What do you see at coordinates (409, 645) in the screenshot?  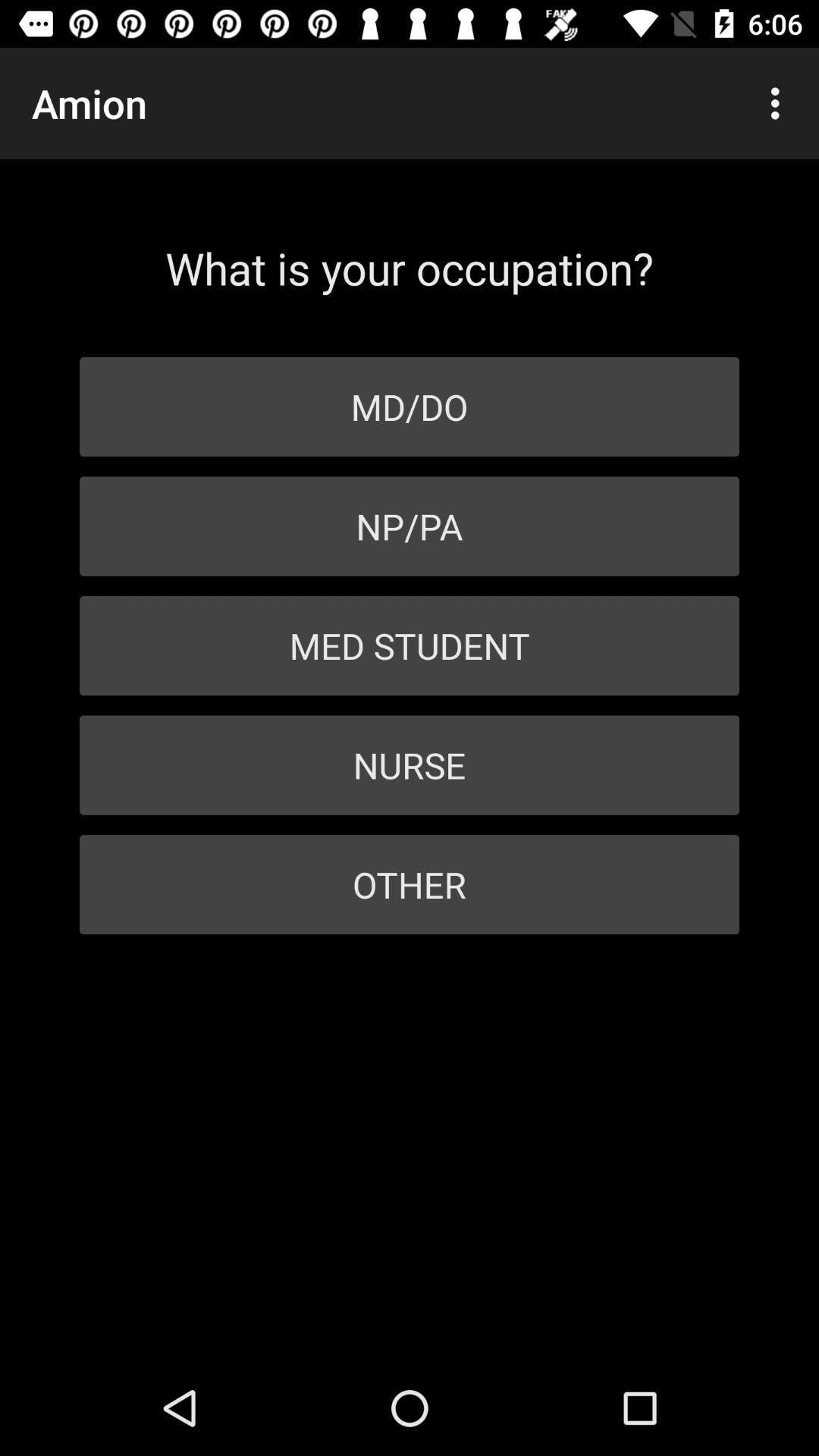 I see `the item above the nurse` at bounding box center [409, 645].